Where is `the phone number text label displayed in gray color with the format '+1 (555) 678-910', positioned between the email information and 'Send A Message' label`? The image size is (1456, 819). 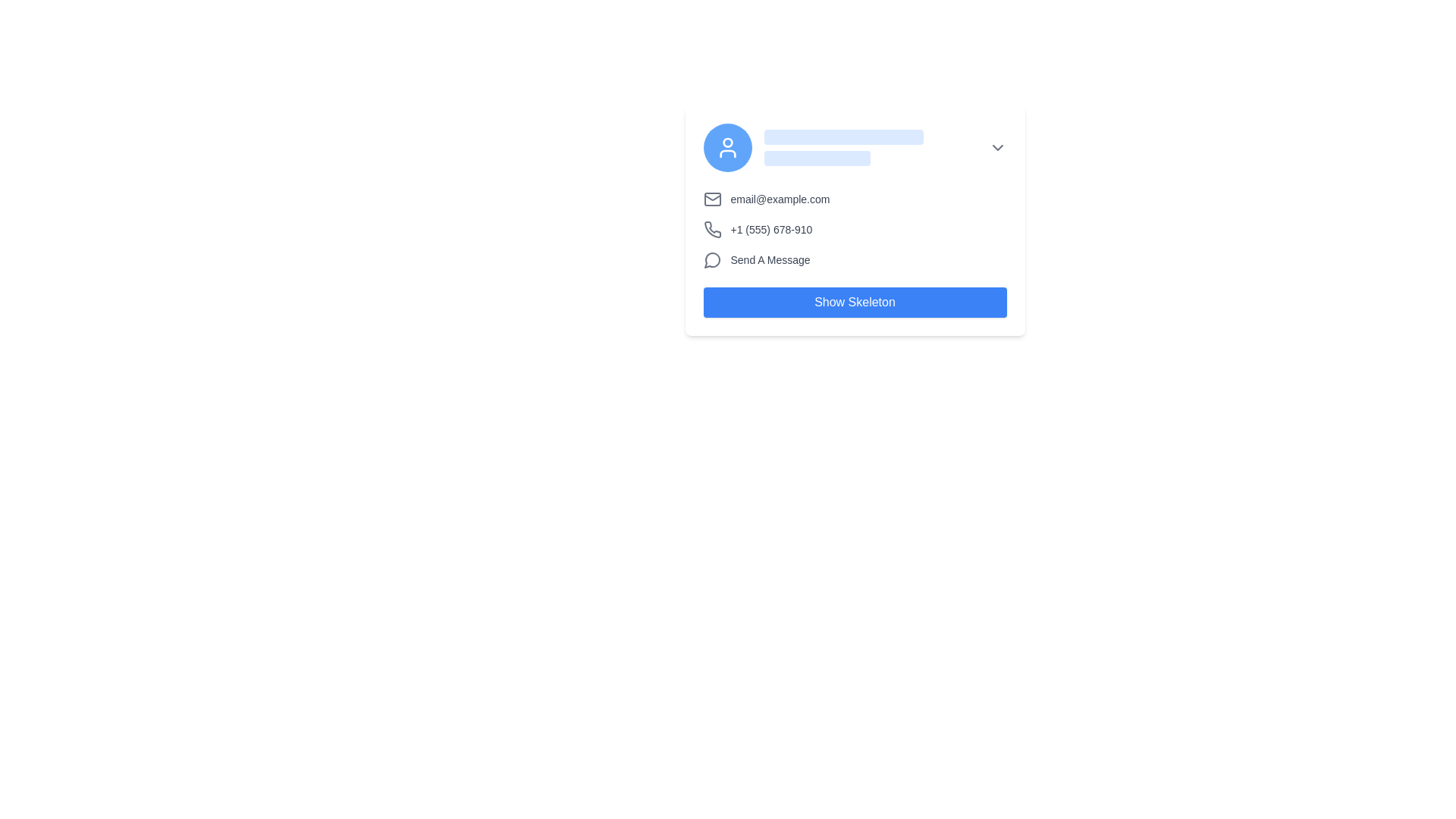 the phone number text label displayed in gray color with the format '+1 (555) 678-910', positioned between the email information and 'Send A Message' label is located at coordinates (771, 230).